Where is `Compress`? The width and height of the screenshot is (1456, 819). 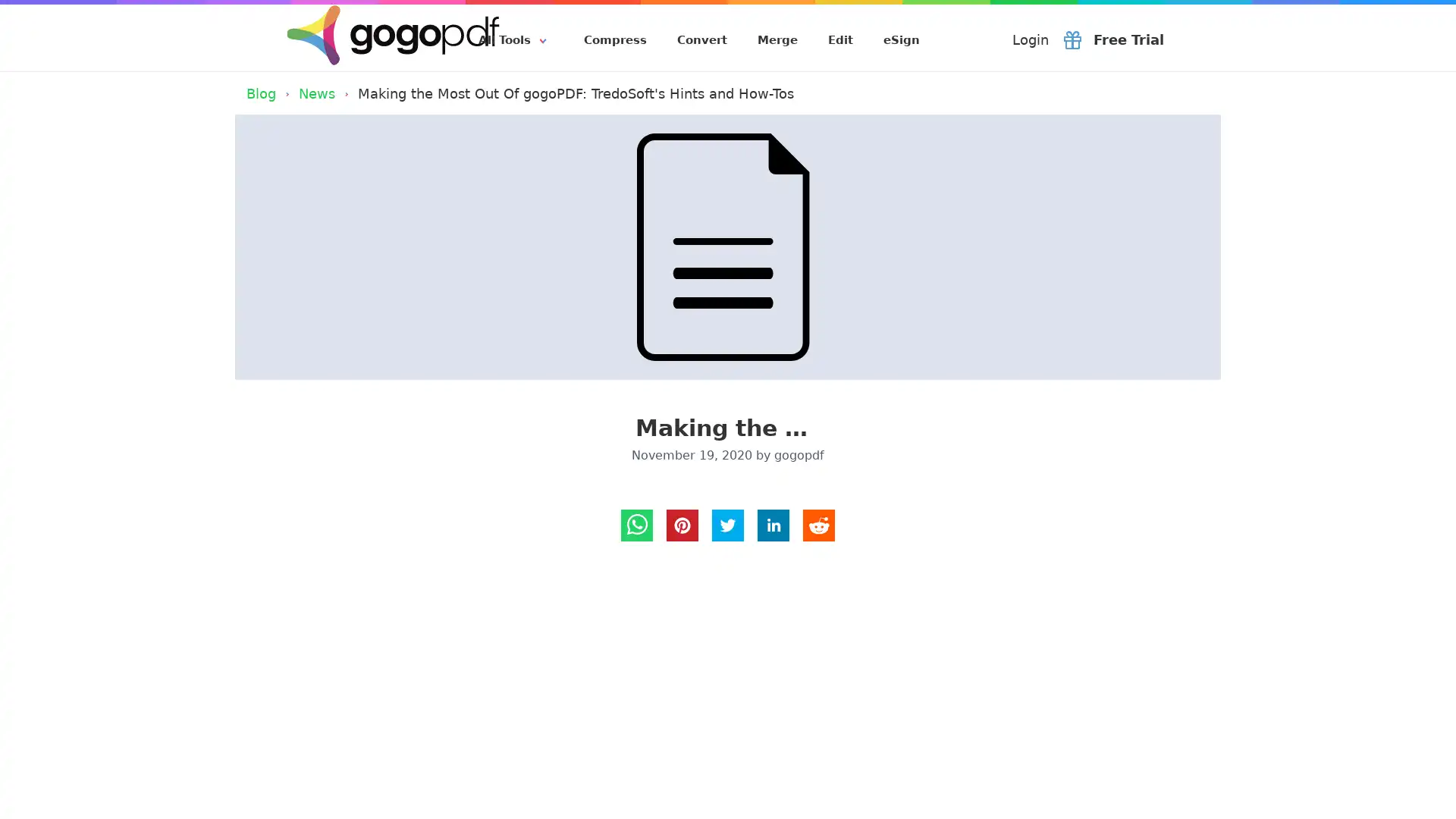
Compress is located at coordinates (615, 39).